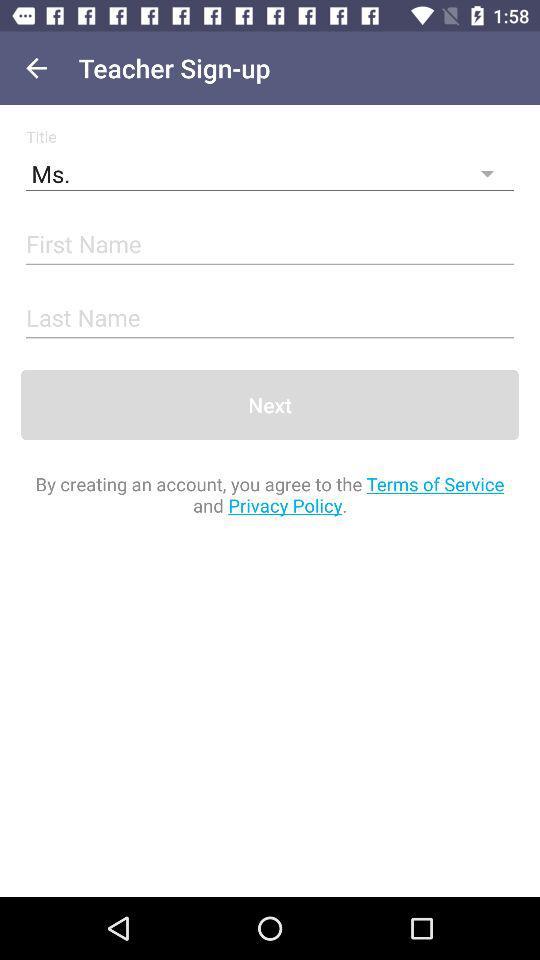 This screenshot has width=540, height=960. I want to click on first name, so click(270, 244).